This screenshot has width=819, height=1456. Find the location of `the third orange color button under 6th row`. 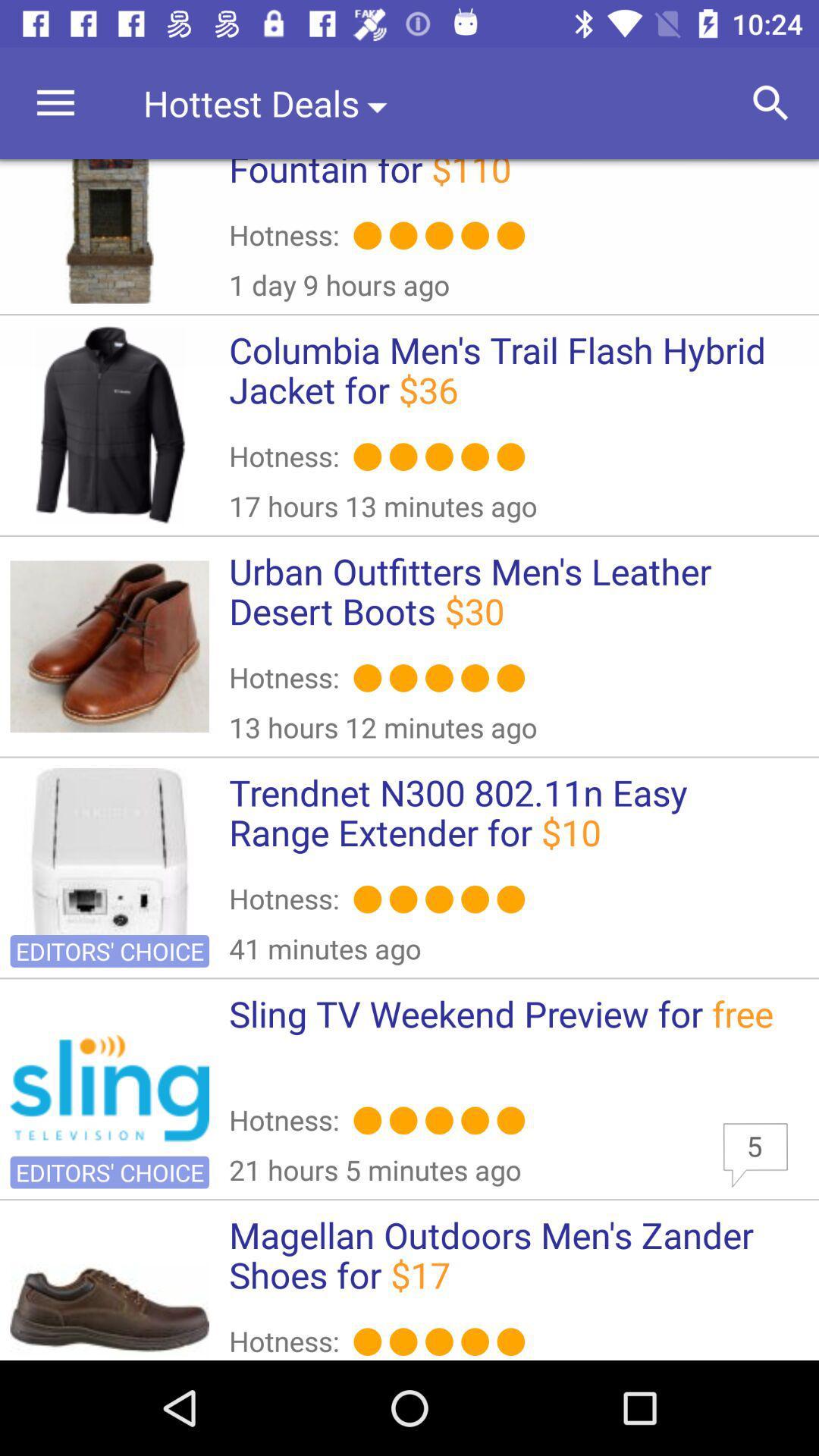

the third orange color button under 6th row is located at coordinates (439, 1341).